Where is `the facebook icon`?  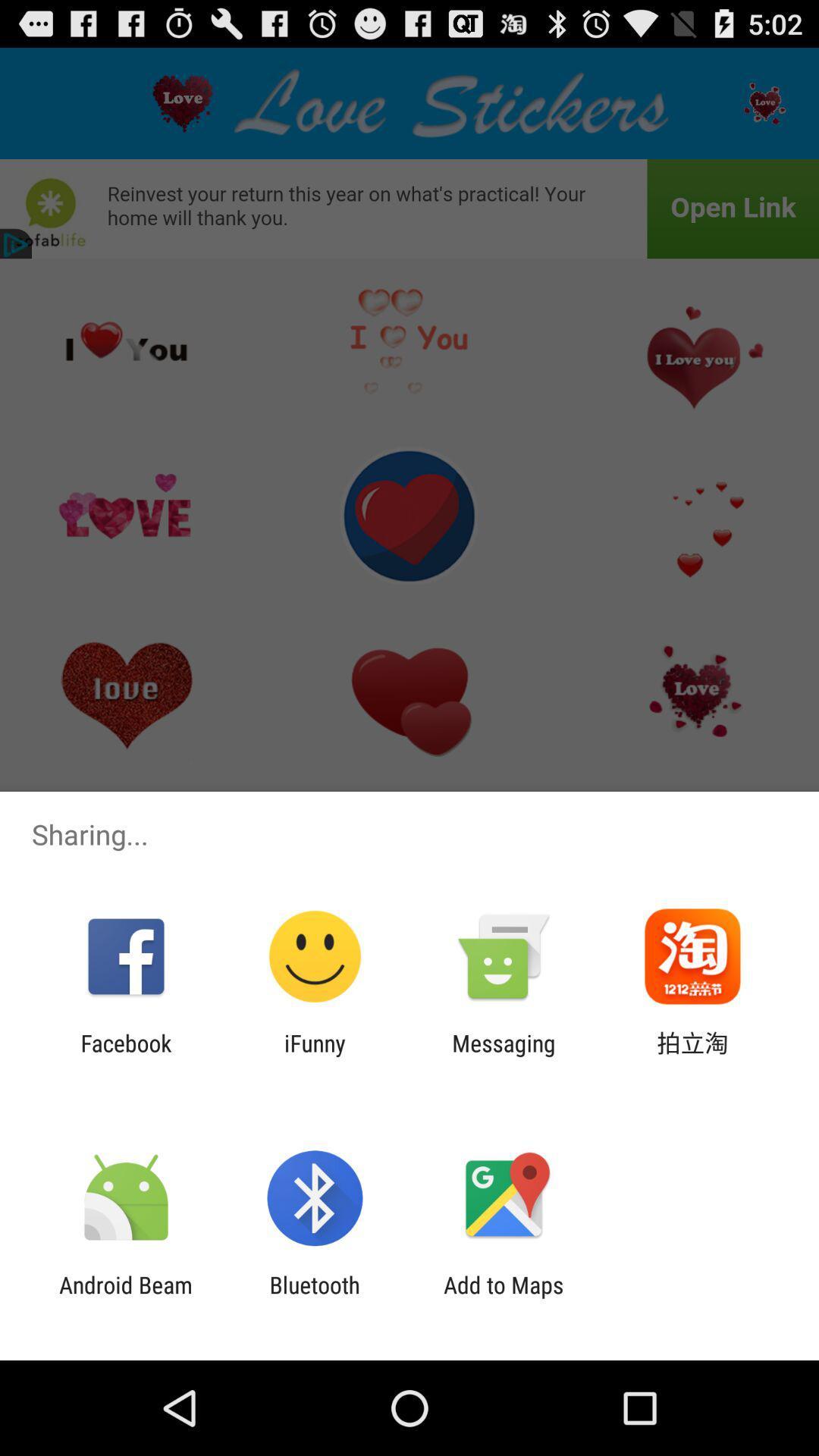
the facebook icon is located at coordinates (125, 1056).